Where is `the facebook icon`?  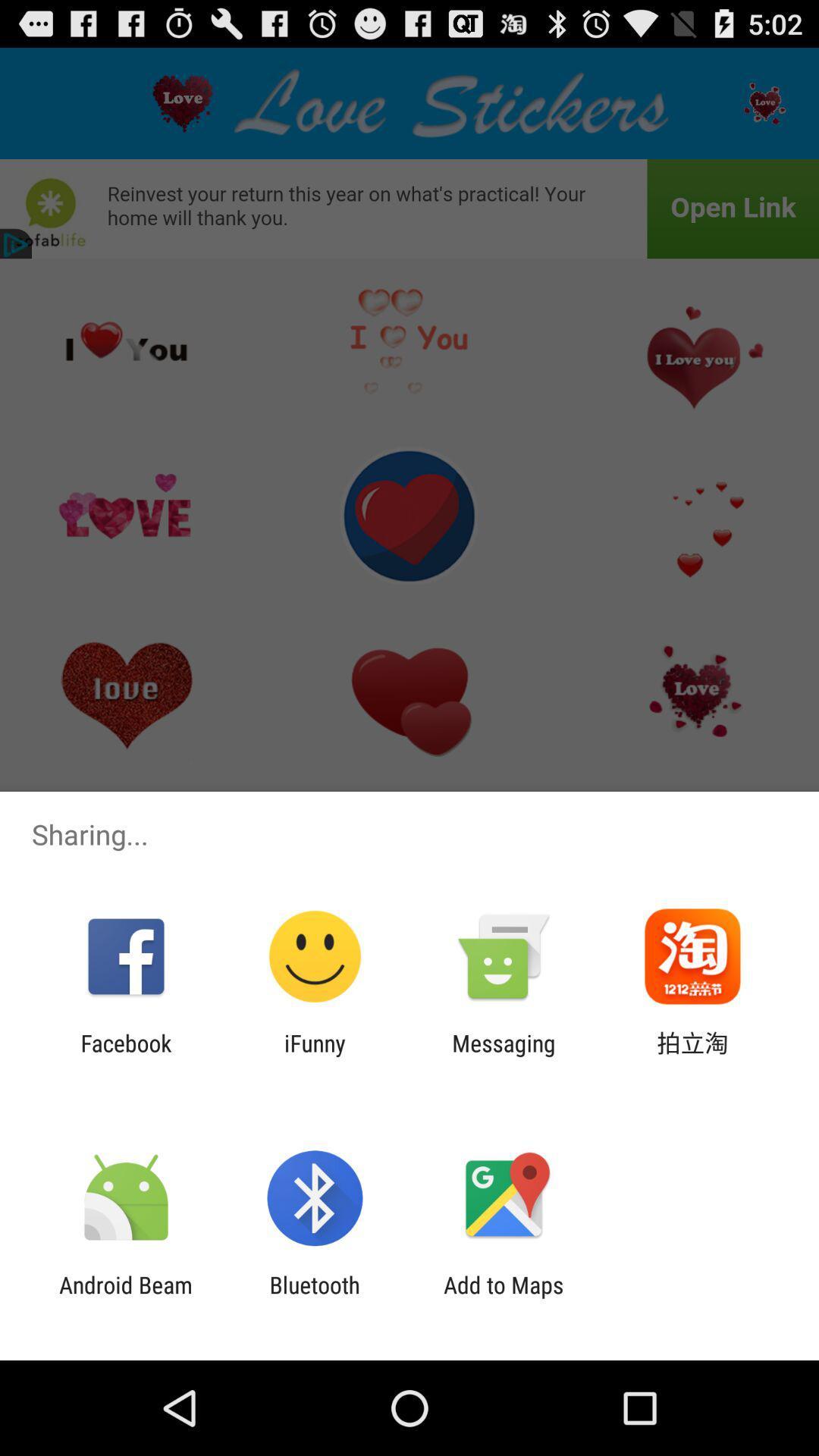
the facebook icon is located at coordinates (125, 1056).